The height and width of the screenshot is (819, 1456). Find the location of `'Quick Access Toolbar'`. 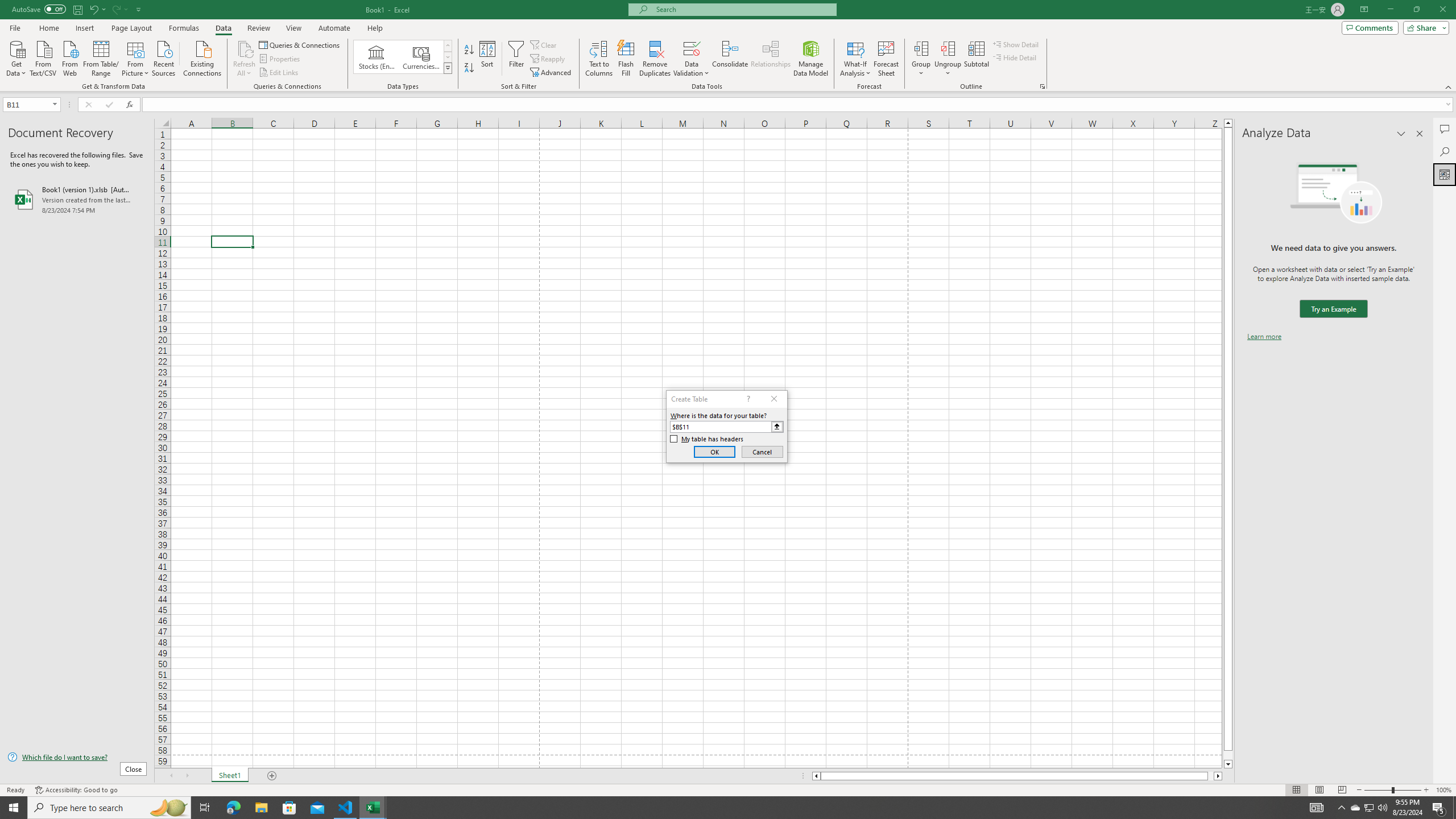

'Quick Access Toolbar' is located at coordinates (77, 9).